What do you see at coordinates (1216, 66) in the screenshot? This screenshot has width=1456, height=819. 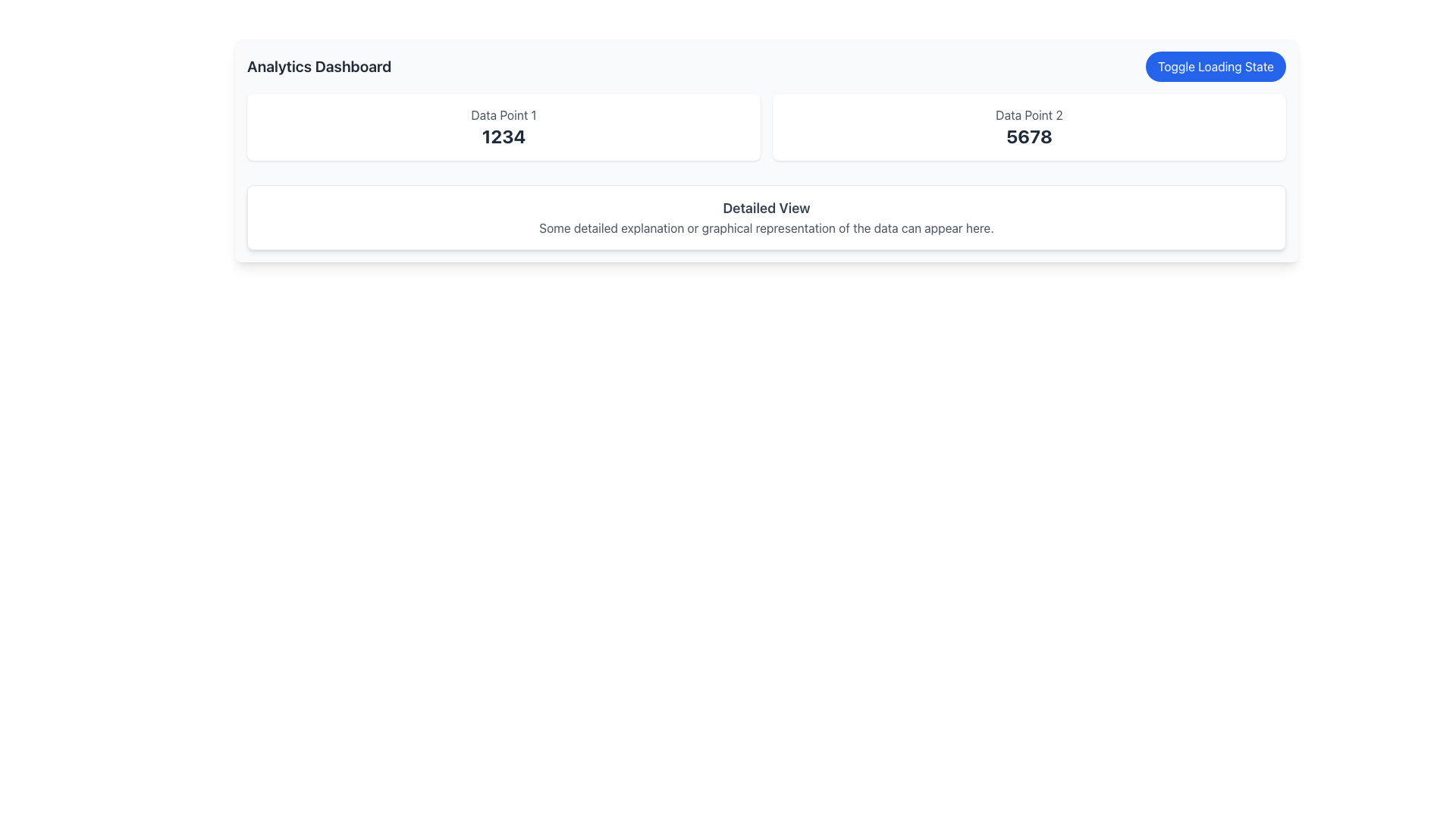 I see `the button with the text 'Toggle Loading State' which has a blue background and rounded corners to observe its hover effect` at bounding box center [1216, 66].